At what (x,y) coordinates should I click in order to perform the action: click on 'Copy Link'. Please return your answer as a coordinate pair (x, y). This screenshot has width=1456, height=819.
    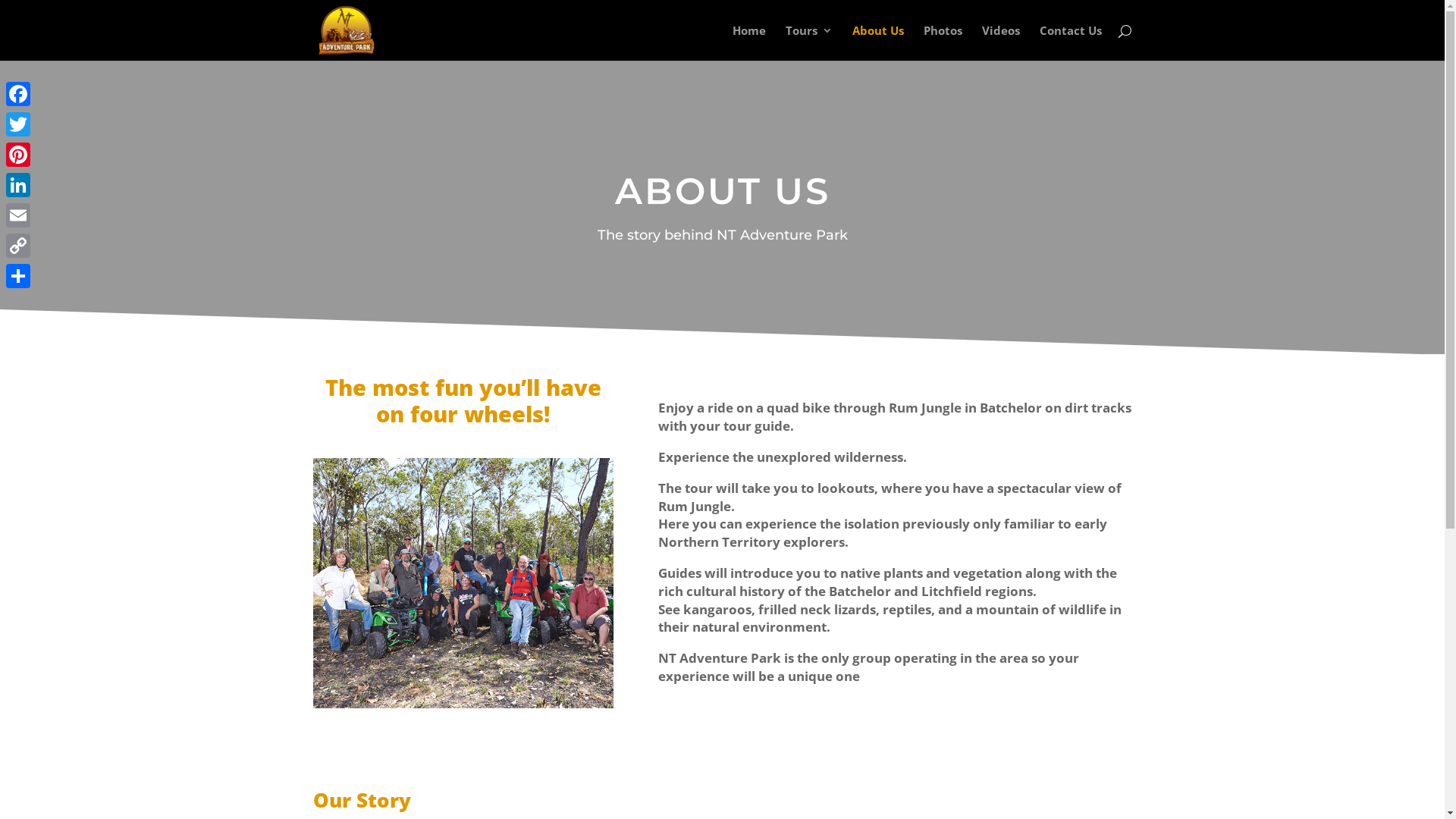
    Looking at the image, I should click on (18, 245).